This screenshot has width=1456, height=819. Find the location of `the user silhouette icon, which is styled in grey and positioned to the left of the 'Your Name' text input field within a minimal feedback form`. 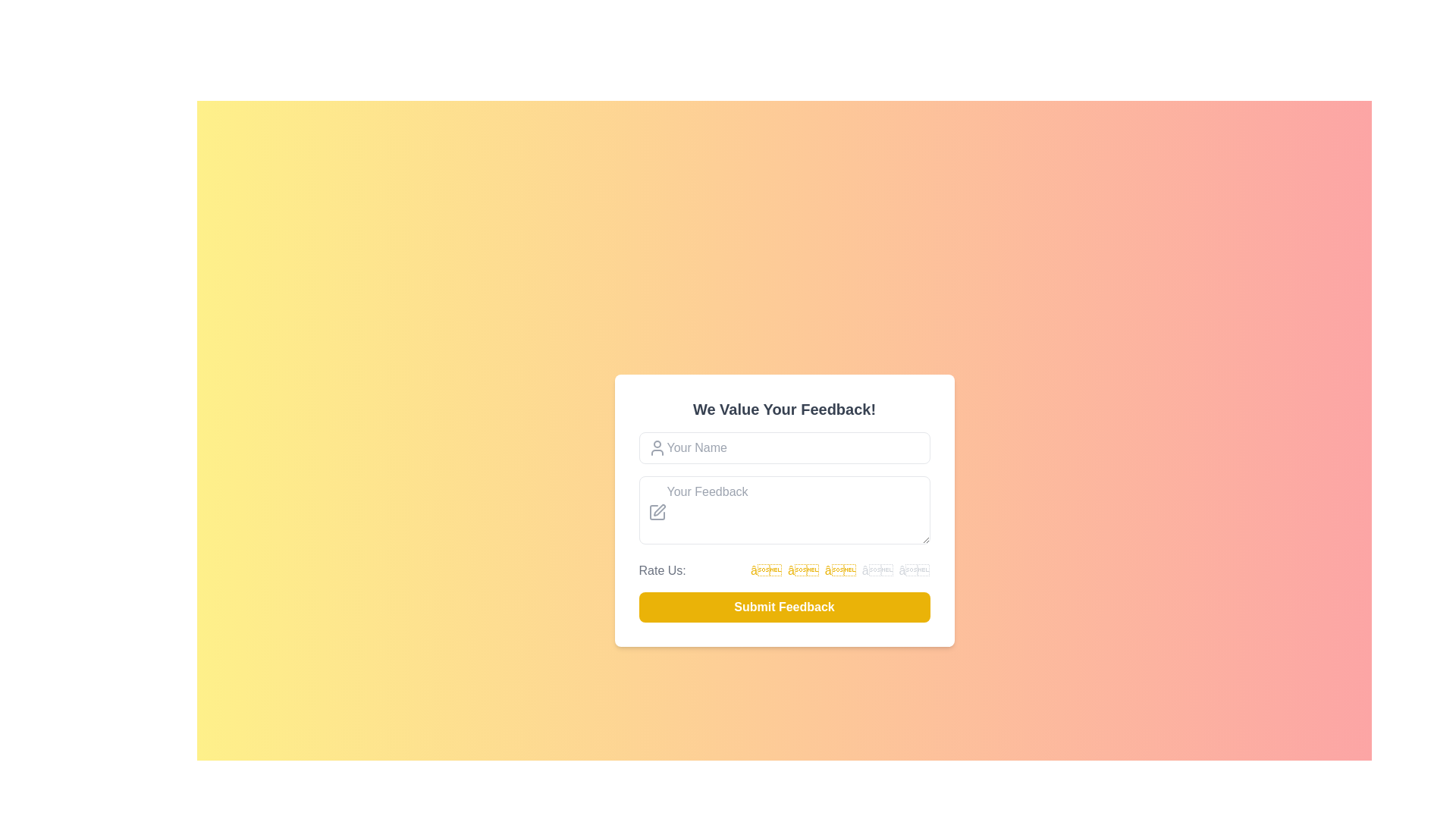

the user silhouette icon, which is styled in grey and positioned to the left of the 'Your Name' text input field within a minimal feedback form is located at coordinates (657, 447).